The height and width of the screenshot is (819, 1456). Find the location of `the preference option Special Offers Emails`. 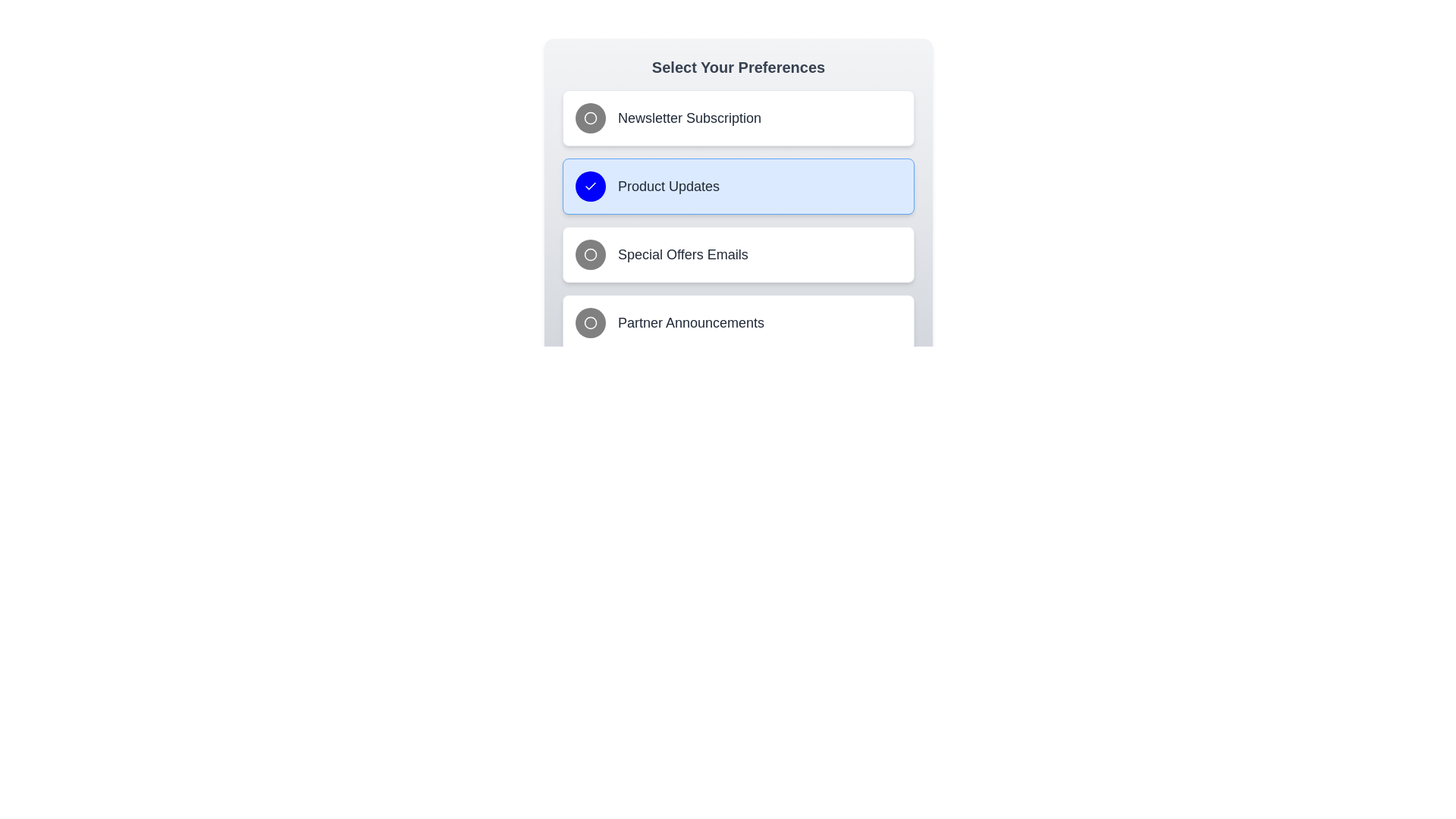

the preference option Special Offers Emails is located at coordinates (739, 253).